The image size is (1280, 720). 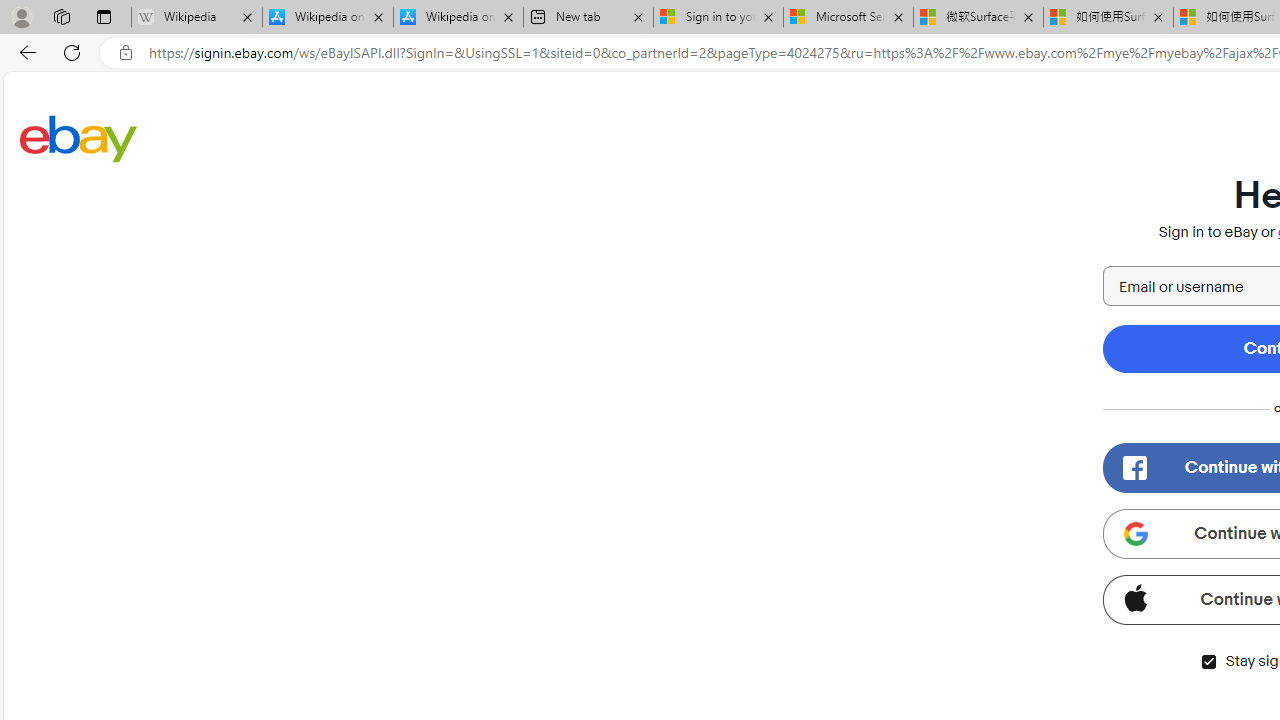 What do you see at coordinates (78, 137) in the screenshot?
I see `'eBay Home'` at bounding box center [78, 137].